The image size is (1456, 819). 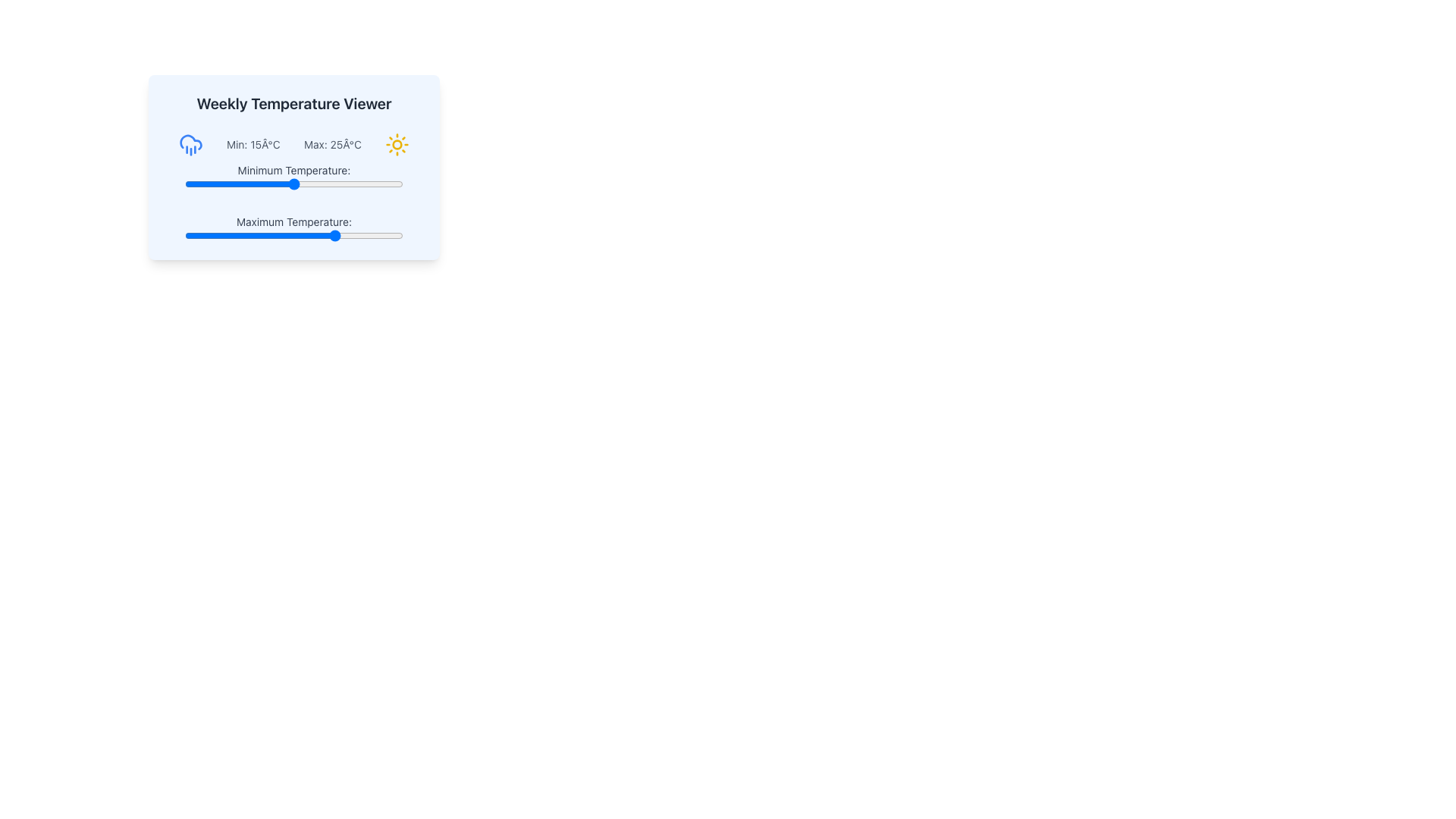 I want to click on the maximum temperature, so click(x=328, y=236).